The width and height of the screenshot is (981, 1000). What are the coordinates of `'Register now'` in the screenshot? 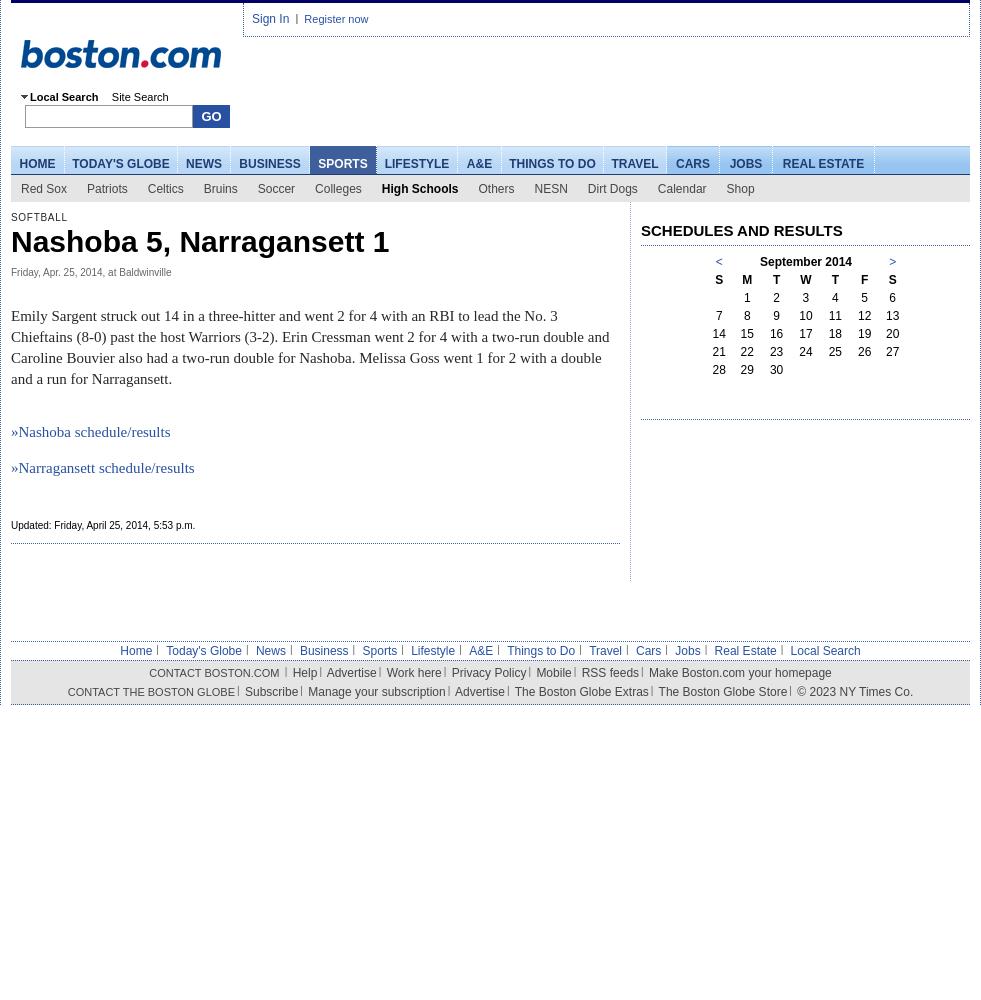 It's located at (334, 19).